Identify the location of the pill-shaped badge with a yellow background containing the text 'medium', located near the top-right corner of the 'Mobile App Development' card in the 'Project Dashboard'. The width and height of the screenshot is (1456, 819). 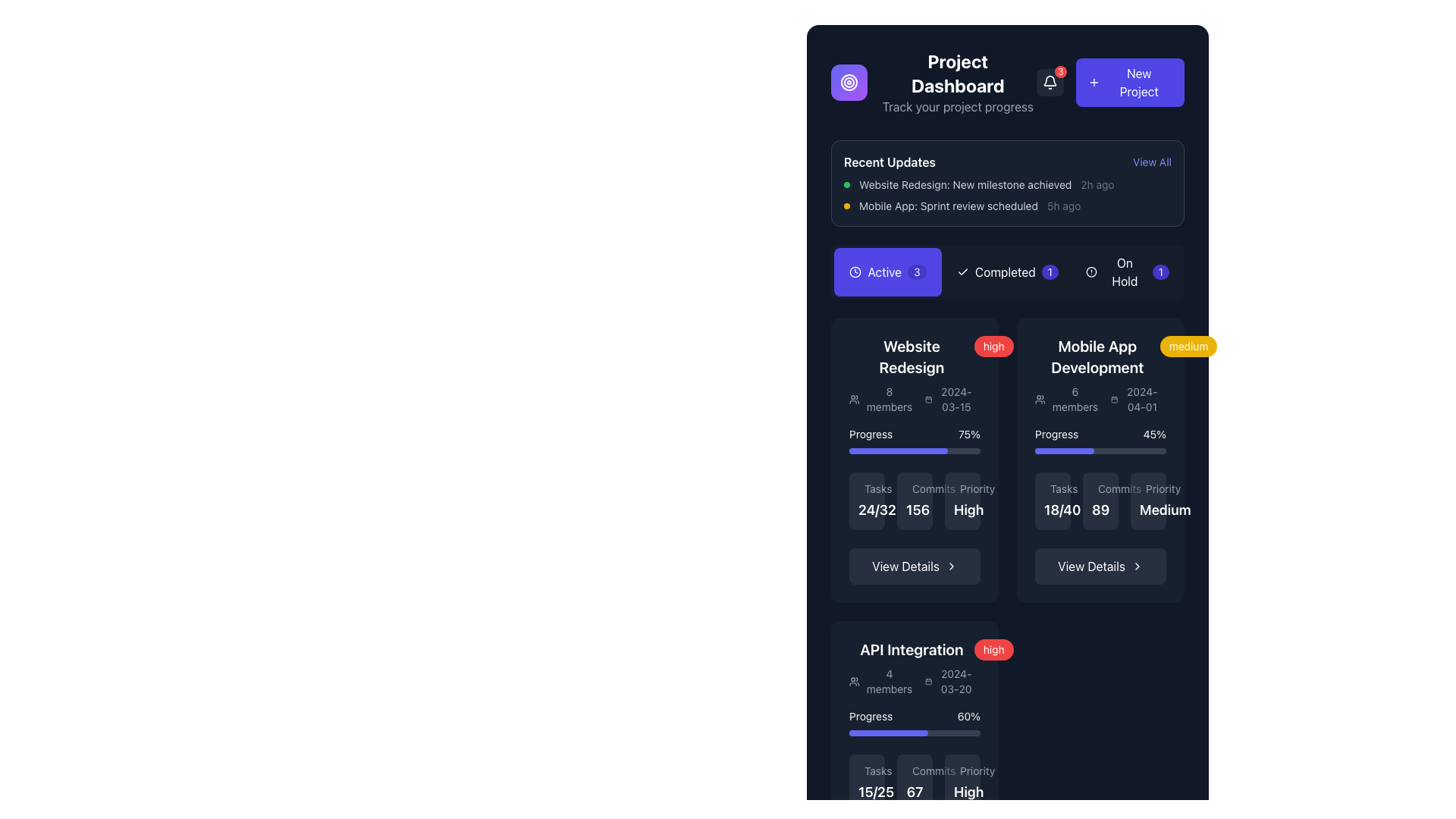
(1188, 346).